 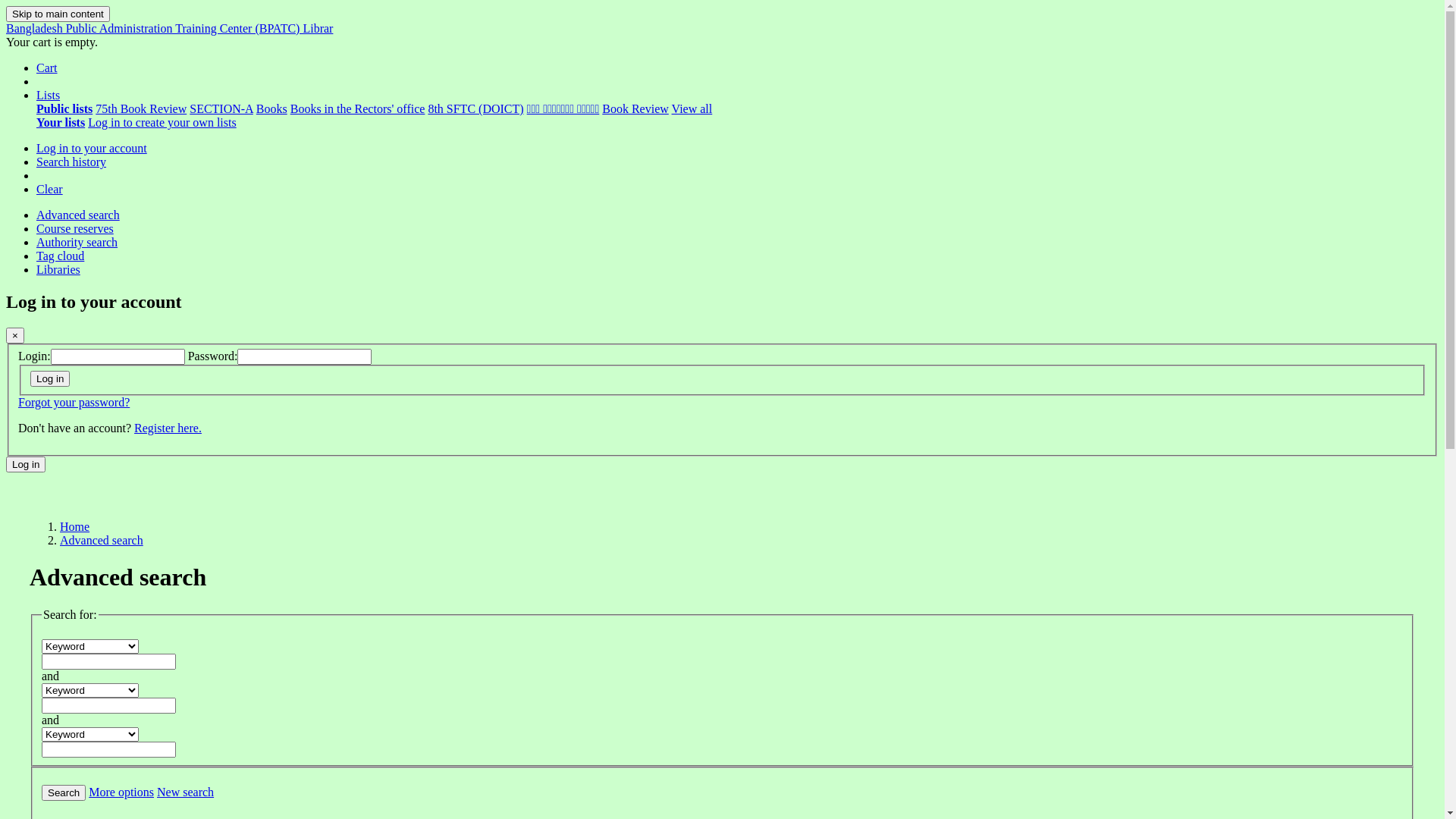 What do you see at coordinates (134, 428) in the screenshot?
I see `'Register here.'` at bounding box center [134, 428].